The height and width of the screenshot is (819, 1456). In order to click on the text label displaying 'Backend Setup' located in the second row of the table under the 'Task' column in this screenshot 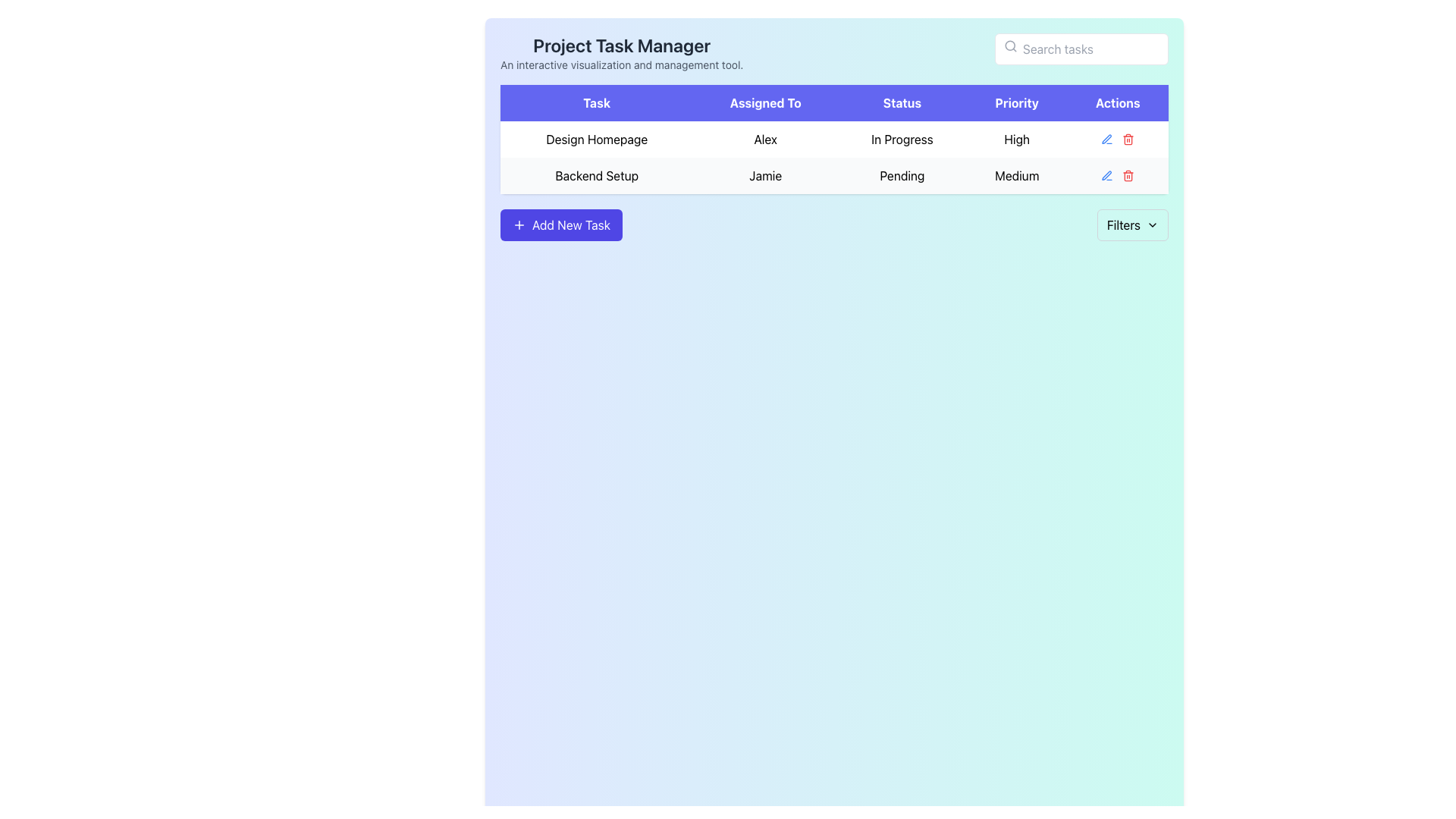, I will do `click(596, 174)`.